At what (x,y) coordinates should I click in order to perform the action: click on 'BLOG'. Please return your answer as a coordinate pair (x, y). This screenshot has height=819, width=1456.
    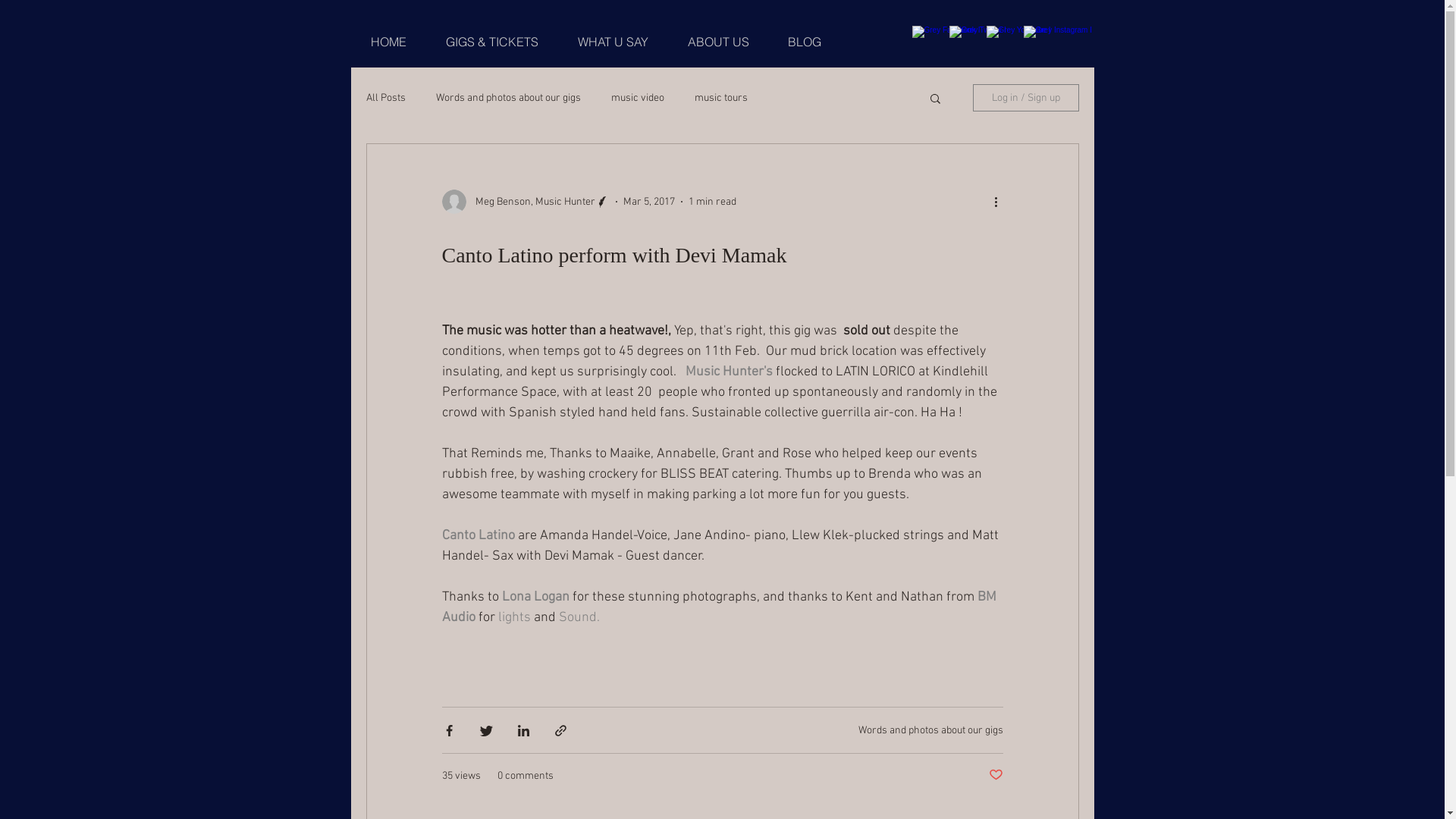
    Looking at the image, I should click on (804, 41).